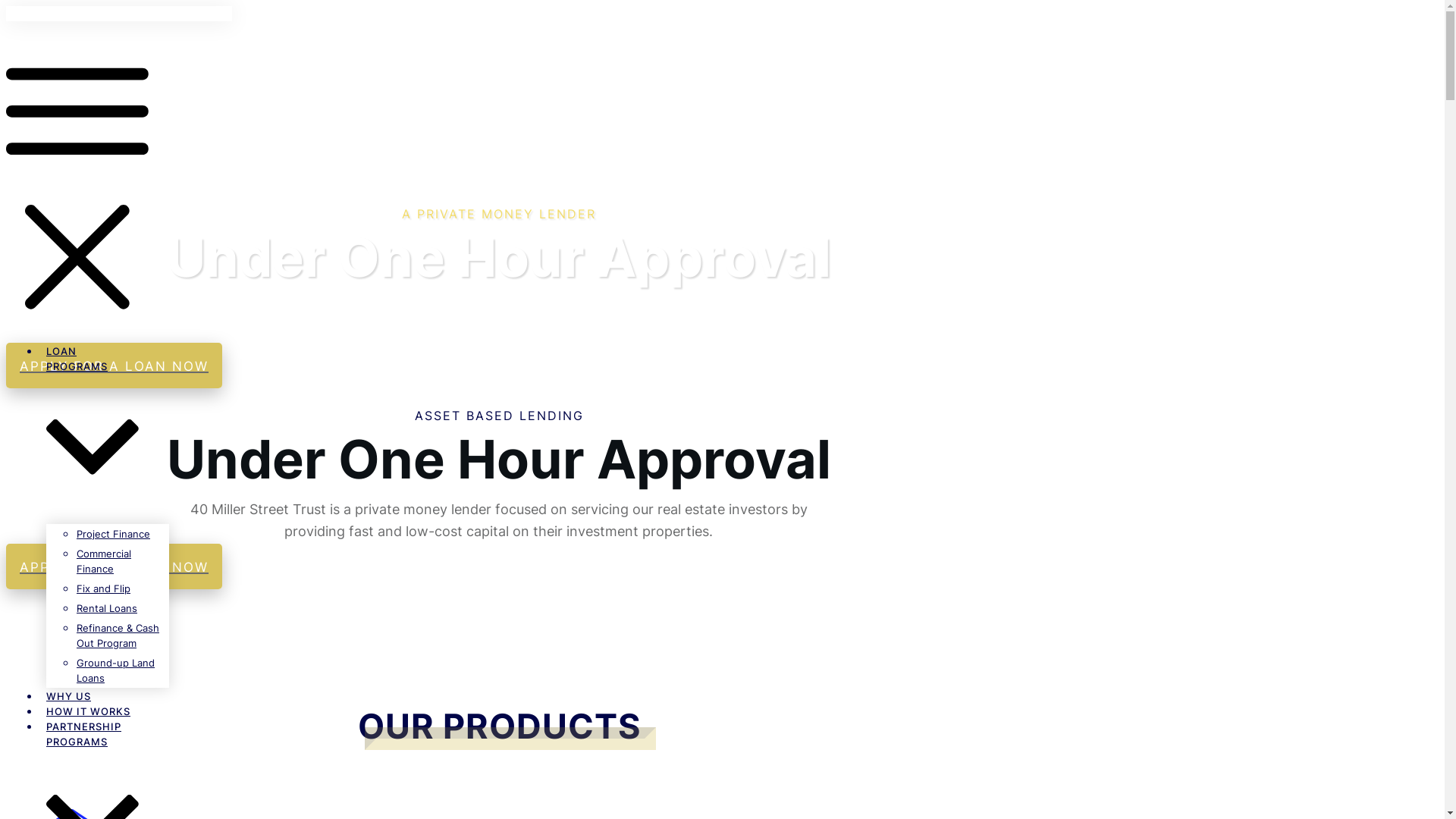 The width and height of the screenshot is (1456, 819). I want to click on 'Refinance & Cash Out Program', so click(117, 635).